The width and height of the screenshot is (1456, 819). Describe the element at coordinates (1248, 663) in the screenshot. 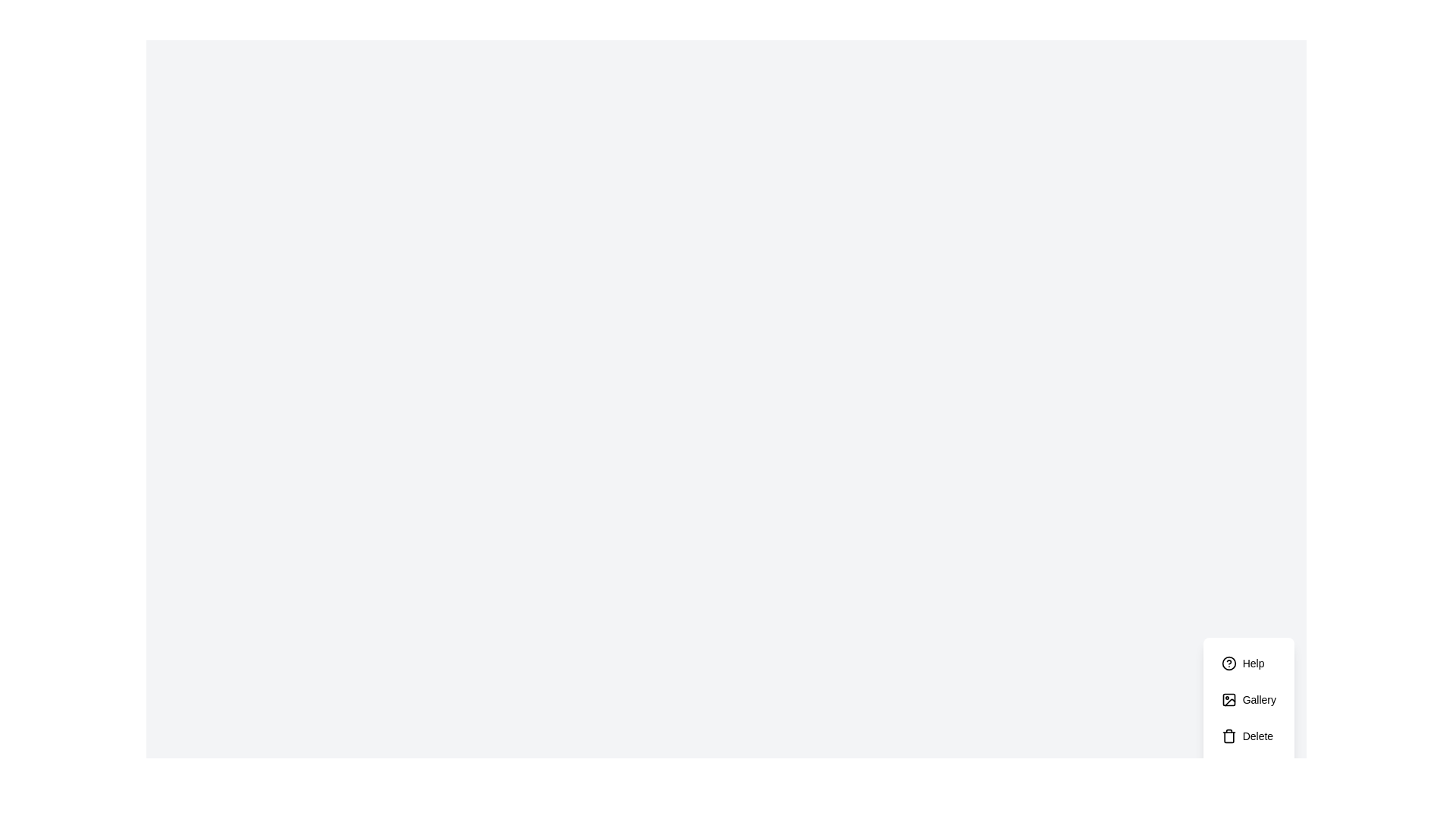

I see `the 'Help' button in the speed dial menu` at that location.